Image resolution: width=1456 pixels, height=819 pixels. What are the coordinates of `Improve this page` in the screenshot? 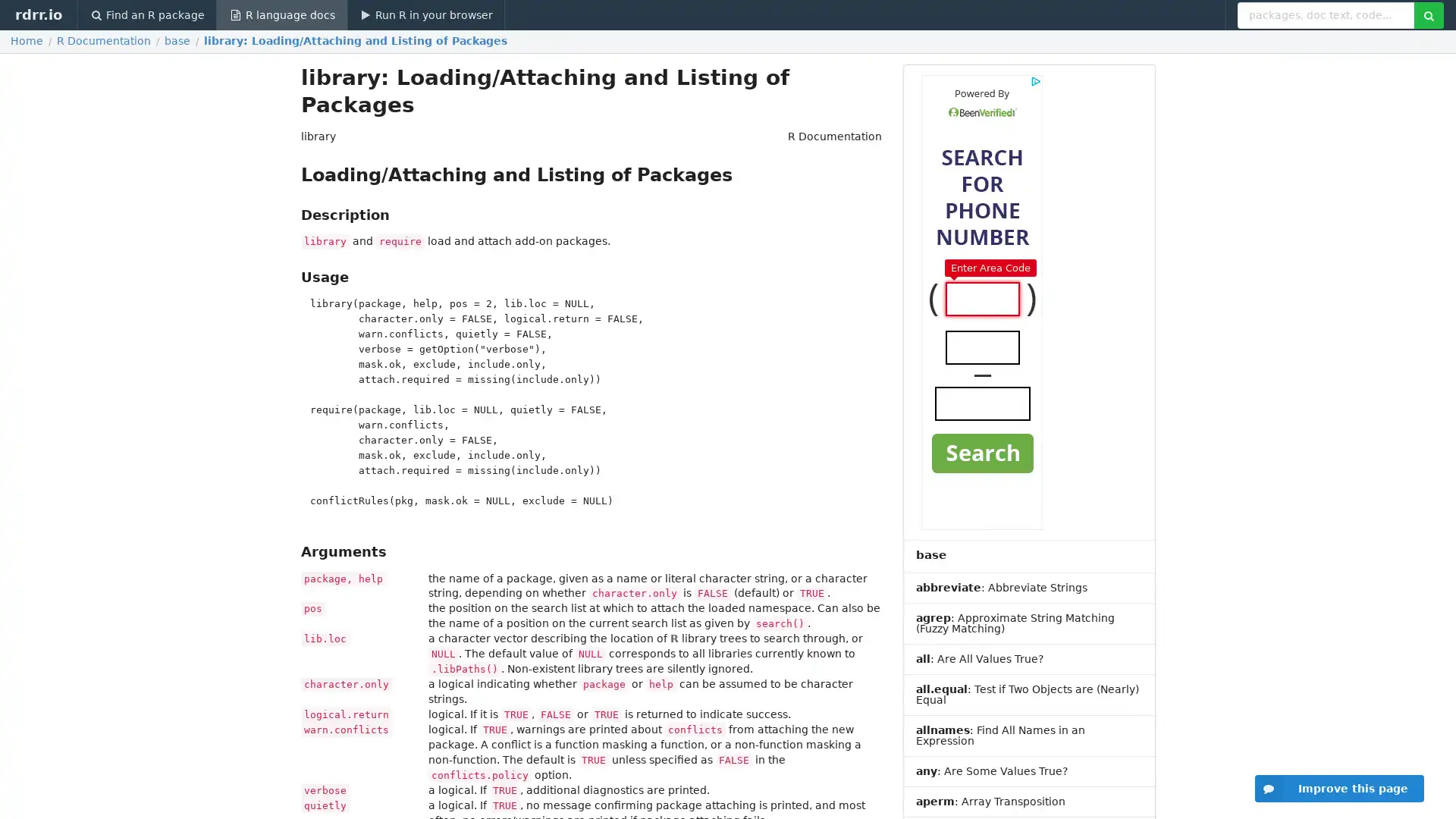 It's located at (1339, 788).